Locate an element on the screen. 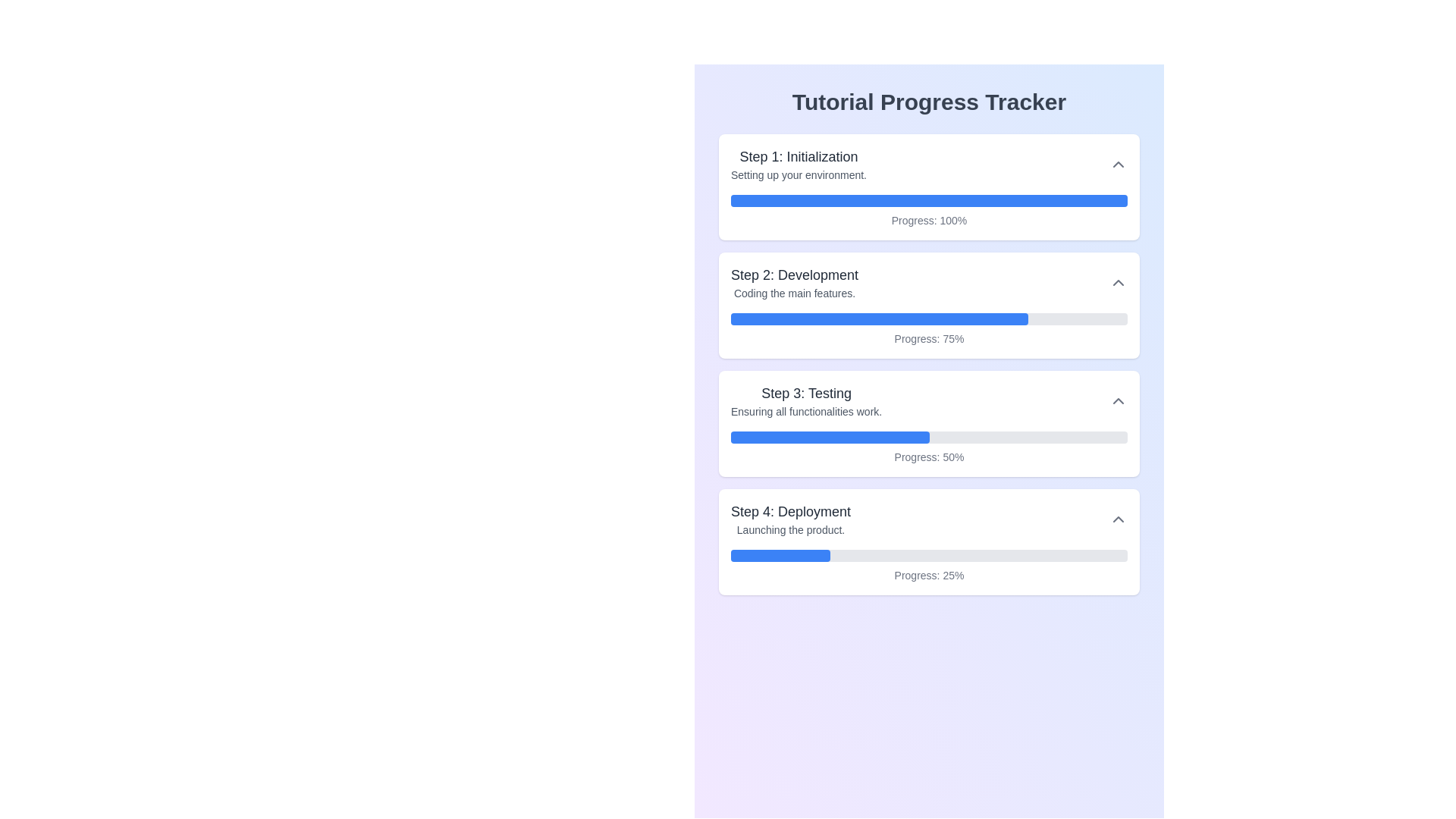  the blue progress bar segment indicating 'Progress: 75%' in the progress tracking interface is located at coordinates (880, 318).